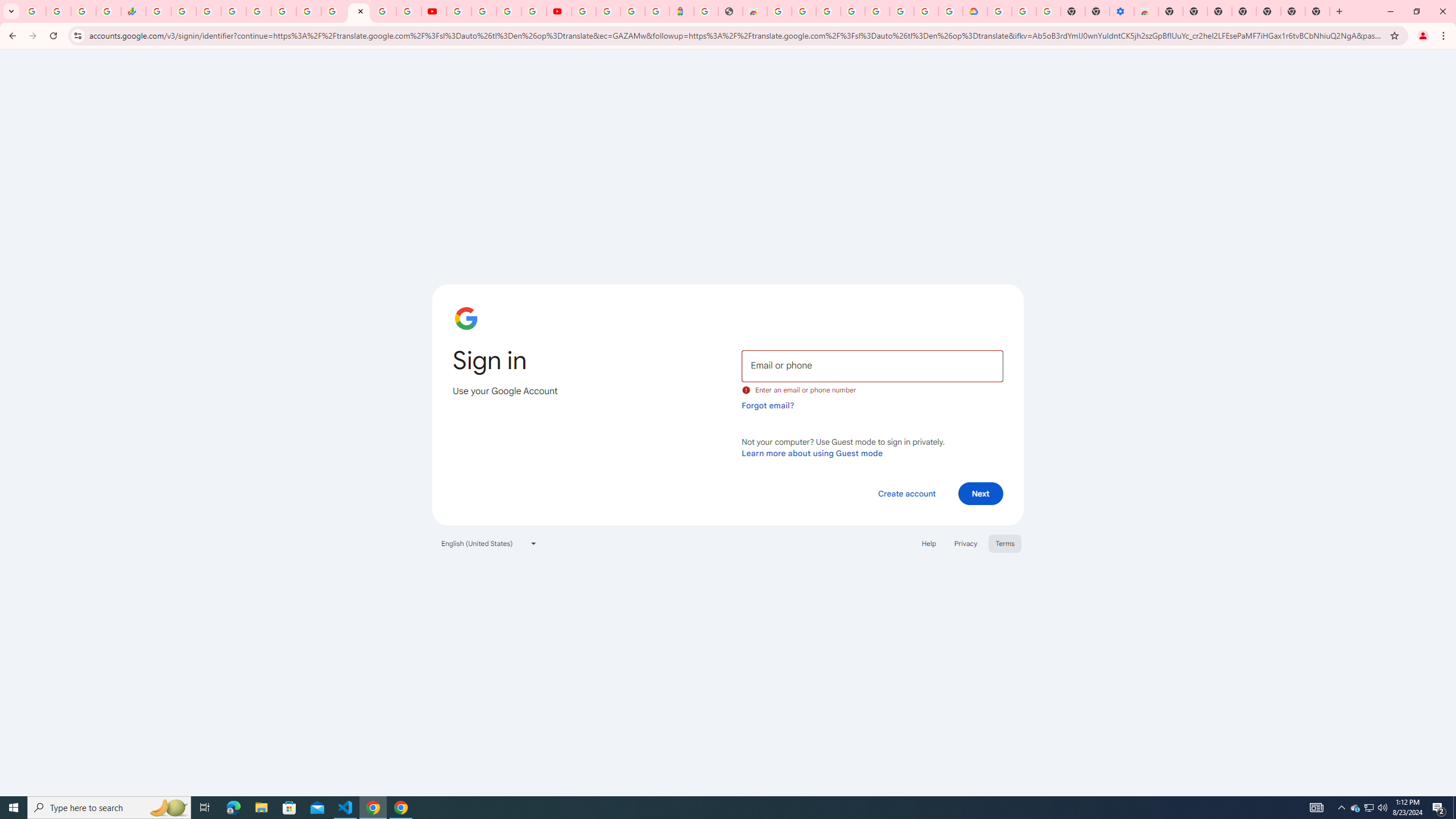 This screenshot has width=1456, height=819. What do you see at coordinates (1122, 11) in the screenshot?
I see `'Settings - Accessibility'` at bounding box center [1122, 11].